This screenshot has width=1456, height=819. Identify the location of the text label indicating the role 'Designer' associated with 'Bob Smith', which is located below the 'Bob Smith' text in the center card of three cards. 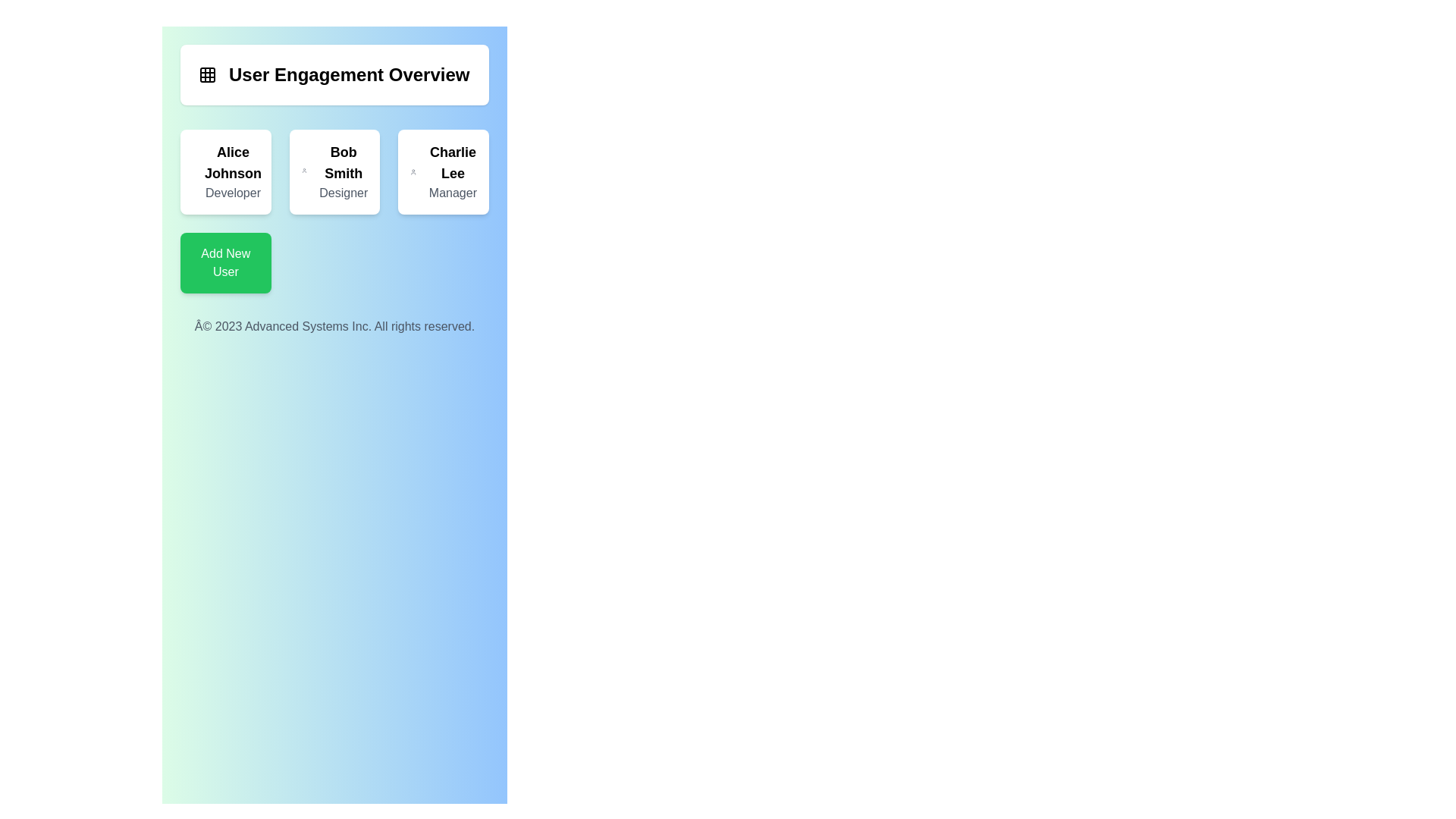
(343, 192).